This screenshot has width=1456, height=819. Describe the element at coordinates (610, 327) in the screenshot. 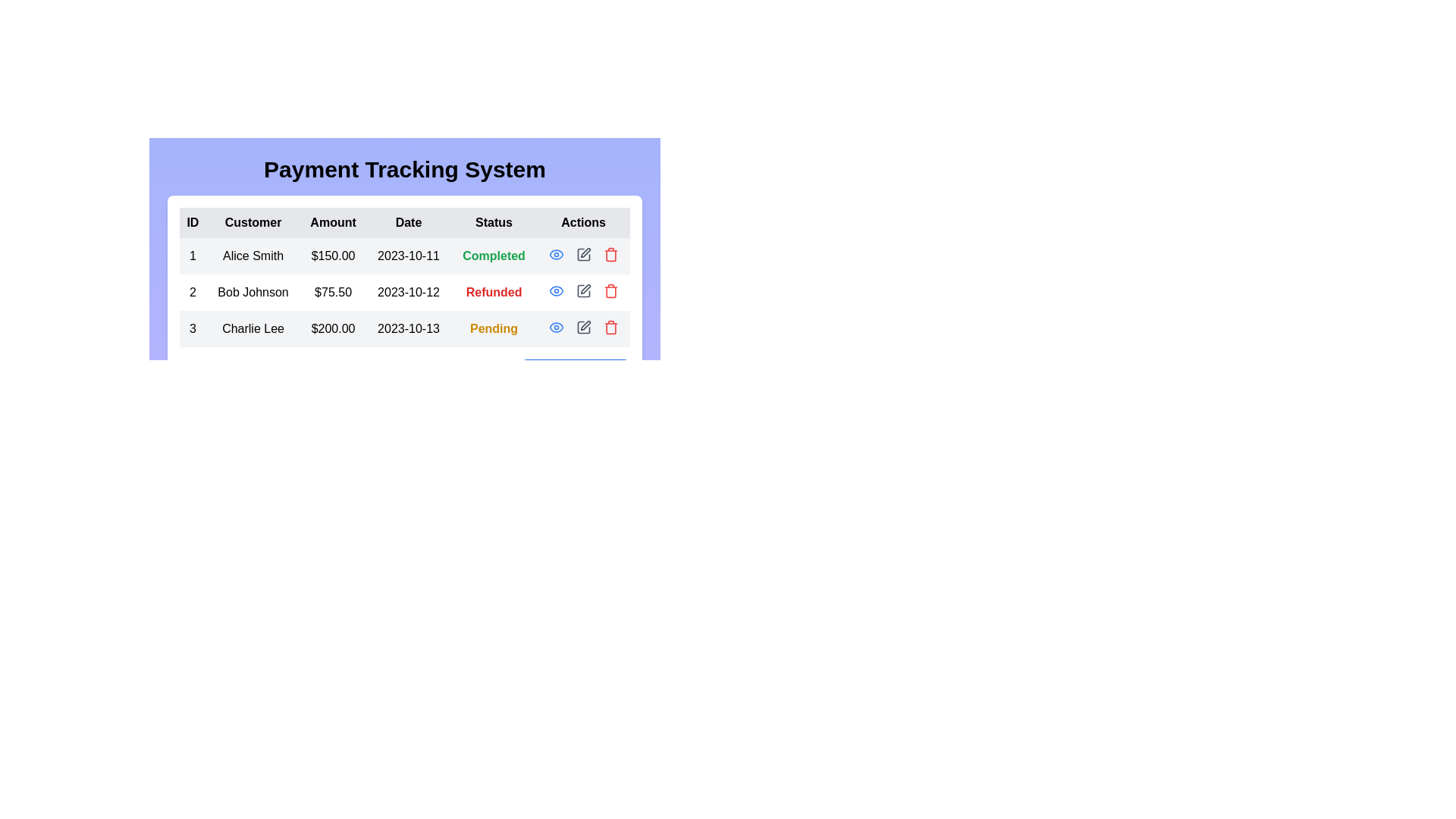

I see `the trash bin icon button in the 'Actions' column` at that location.